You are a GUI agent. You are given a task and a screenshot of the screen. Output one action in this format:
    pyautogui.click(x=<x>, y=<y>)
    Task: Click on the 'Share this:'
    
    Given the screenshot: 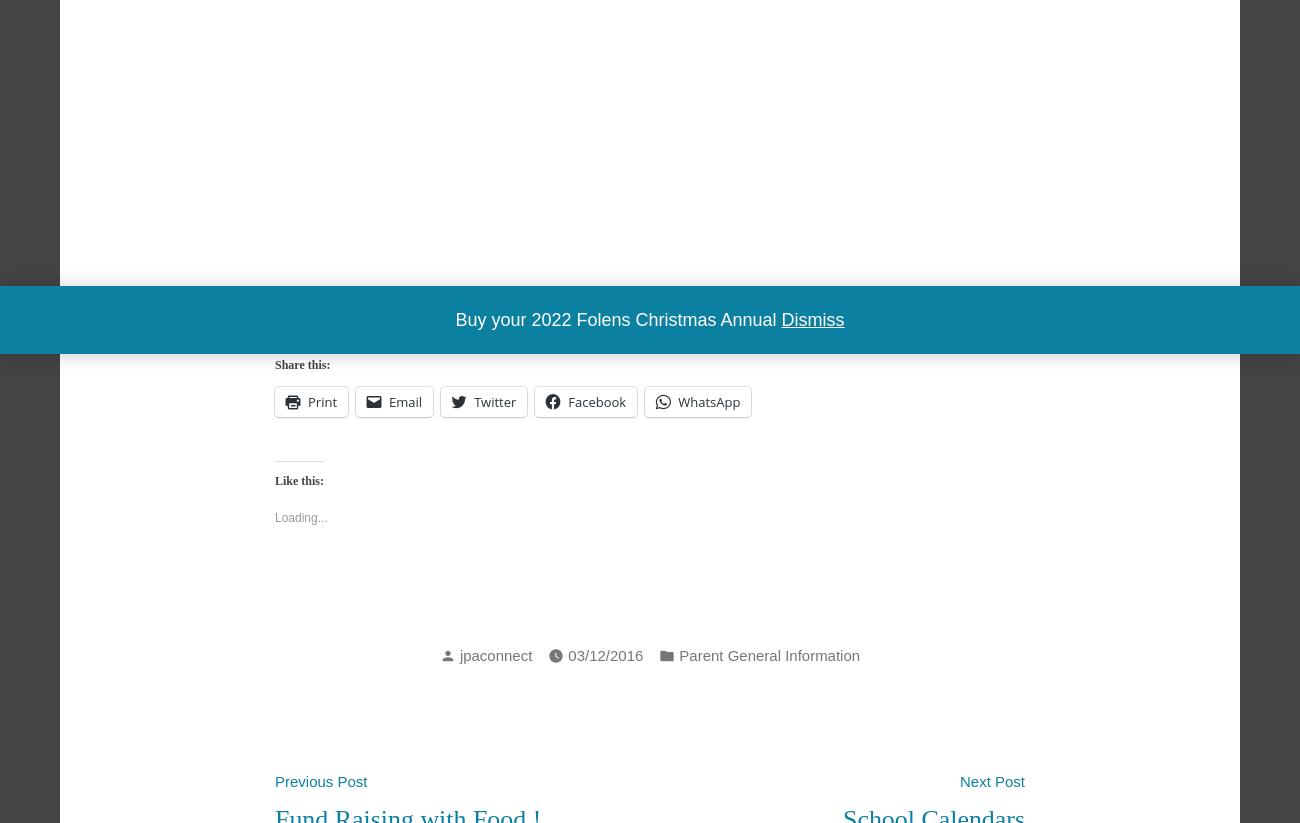 What is the action you would take?
    pyautogui.click(x=302, y=365)
    